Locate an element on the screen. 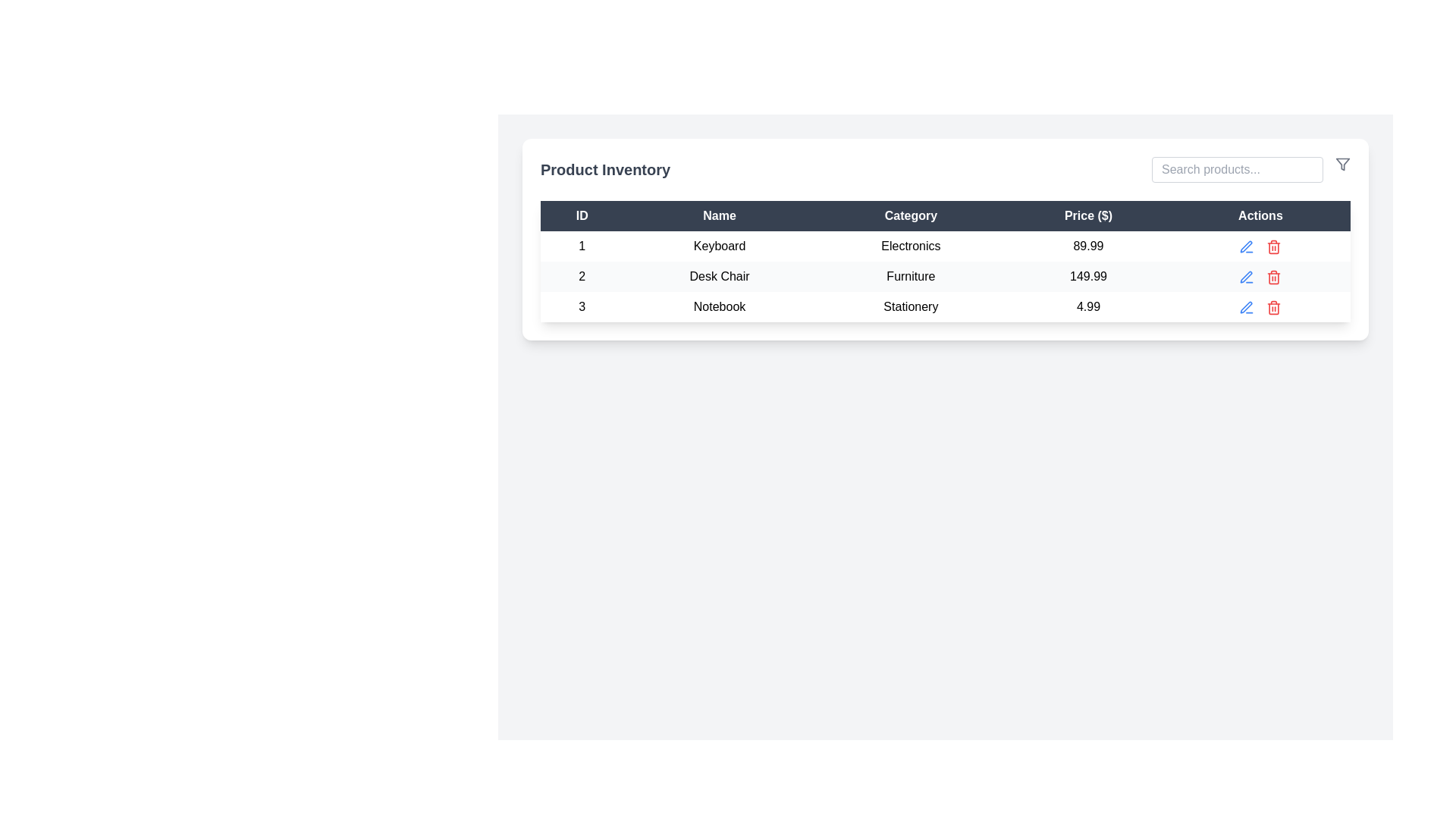  the static text label displaying 'Stationery' located in the third row under the 'Category' column of the table is located at coordinates (910, 307).